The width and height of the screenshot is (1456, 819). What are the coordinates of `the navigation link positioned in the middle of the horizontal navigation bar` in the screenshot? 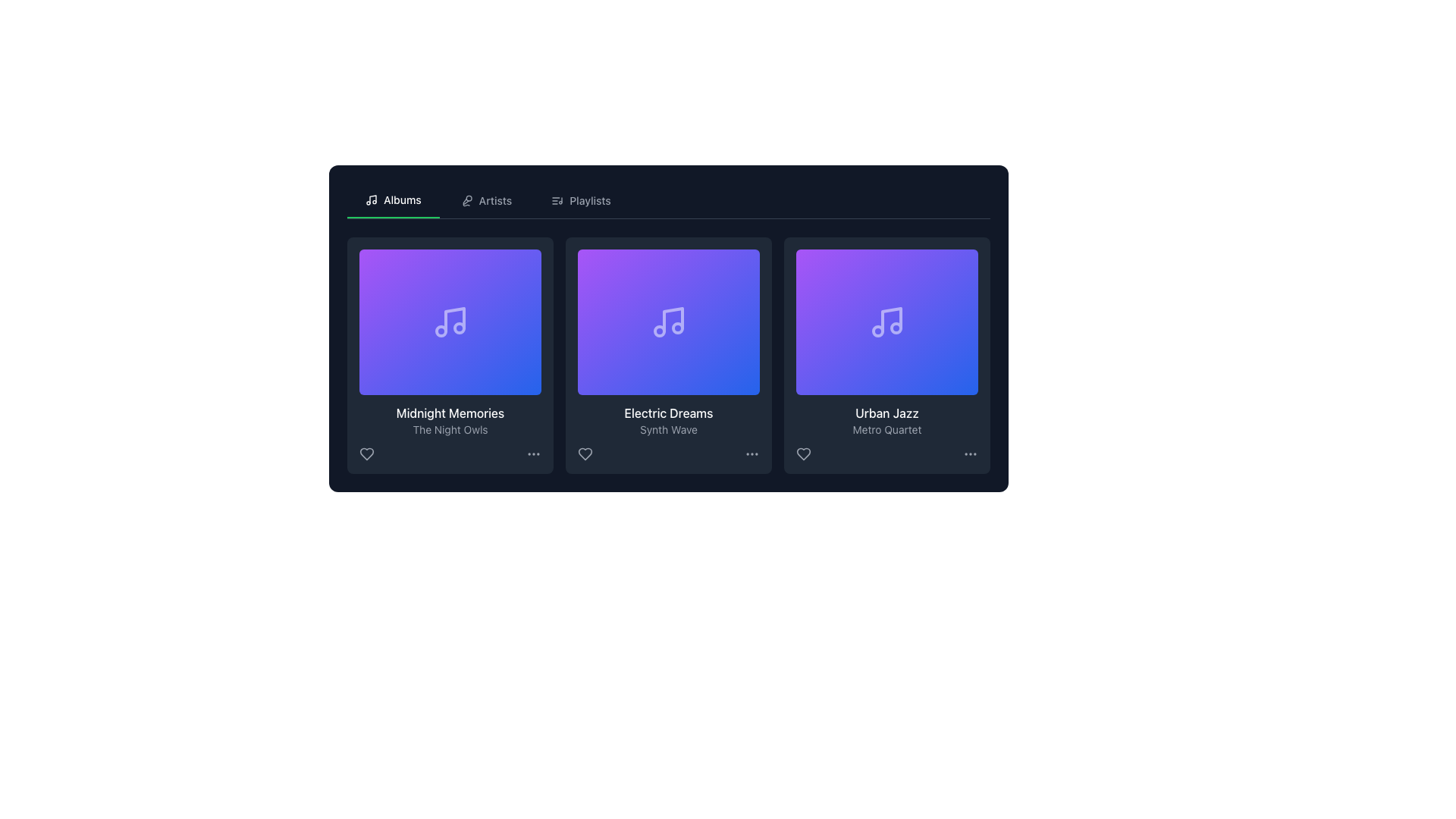 It's located at (486, 200).